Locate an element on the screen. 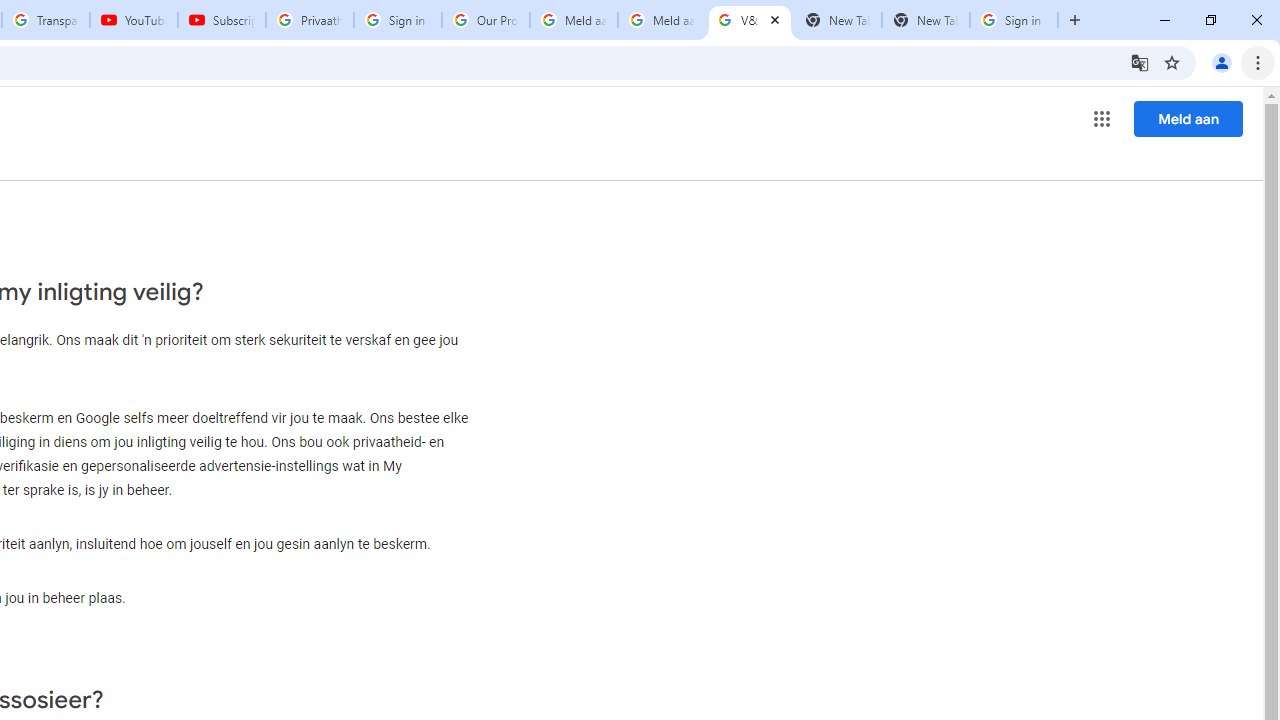  'Translate this page' is located at coordinates (1139, 61).